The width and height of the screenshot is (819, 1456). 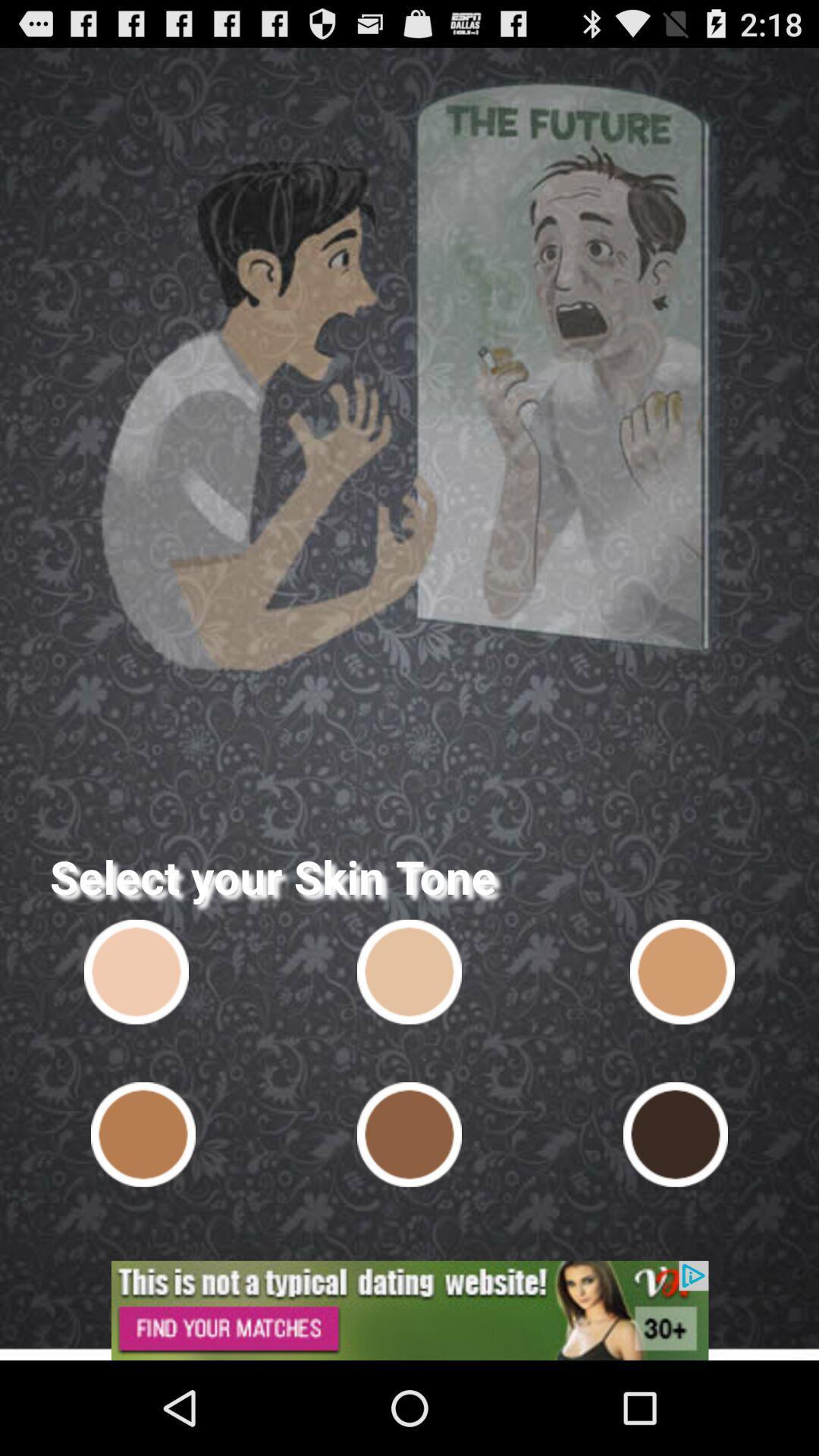 What do you see at coordinates (681, 971) in the screenshot?
I see `choose this` at bounding box center [681, 971].